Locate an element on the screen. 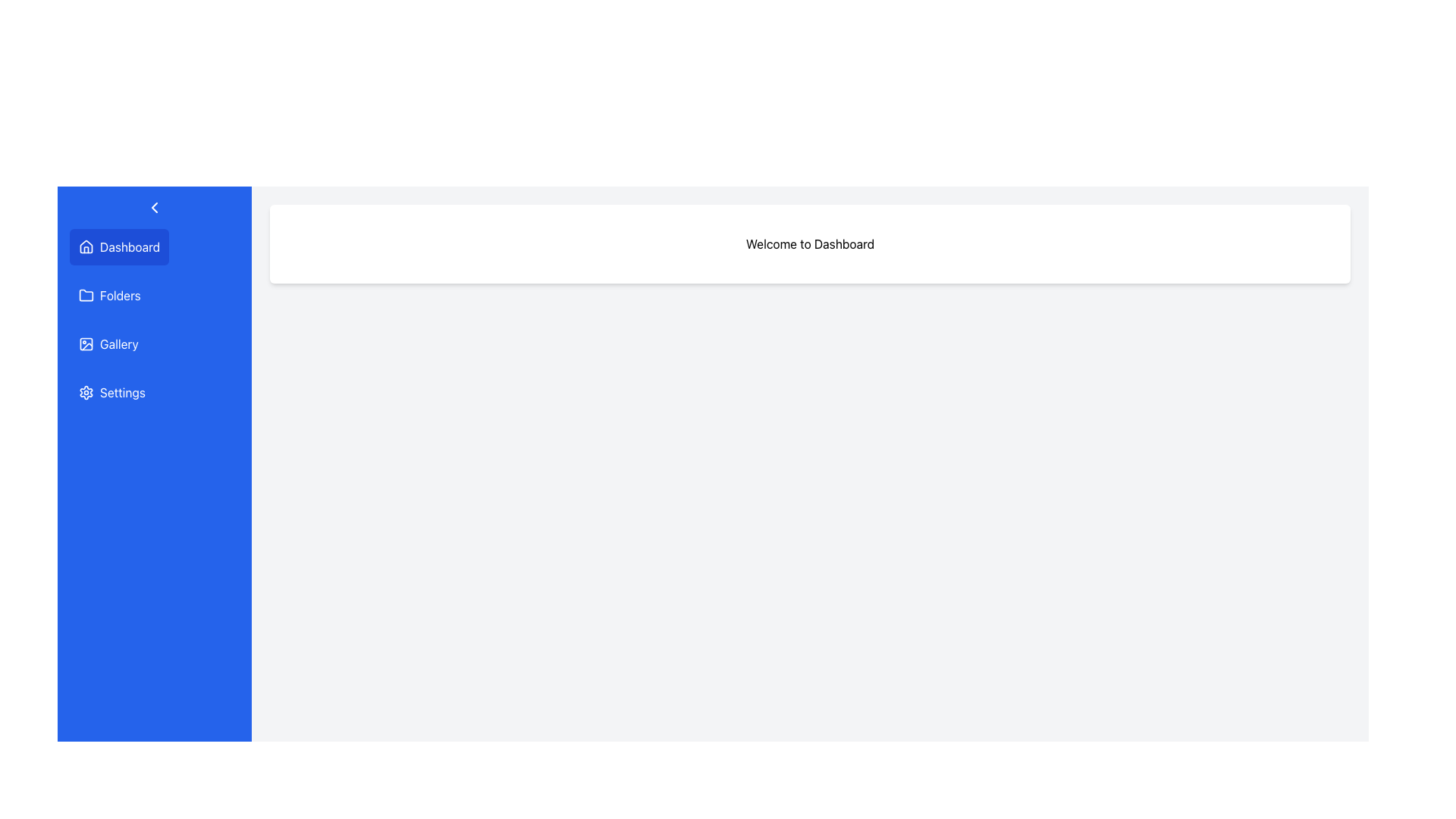  the folder icon located in the vertical list of menu items on the blue sidebar, which is the second icon from the top and is associated with the 'Folders' label is located at coordinates (86, 295).